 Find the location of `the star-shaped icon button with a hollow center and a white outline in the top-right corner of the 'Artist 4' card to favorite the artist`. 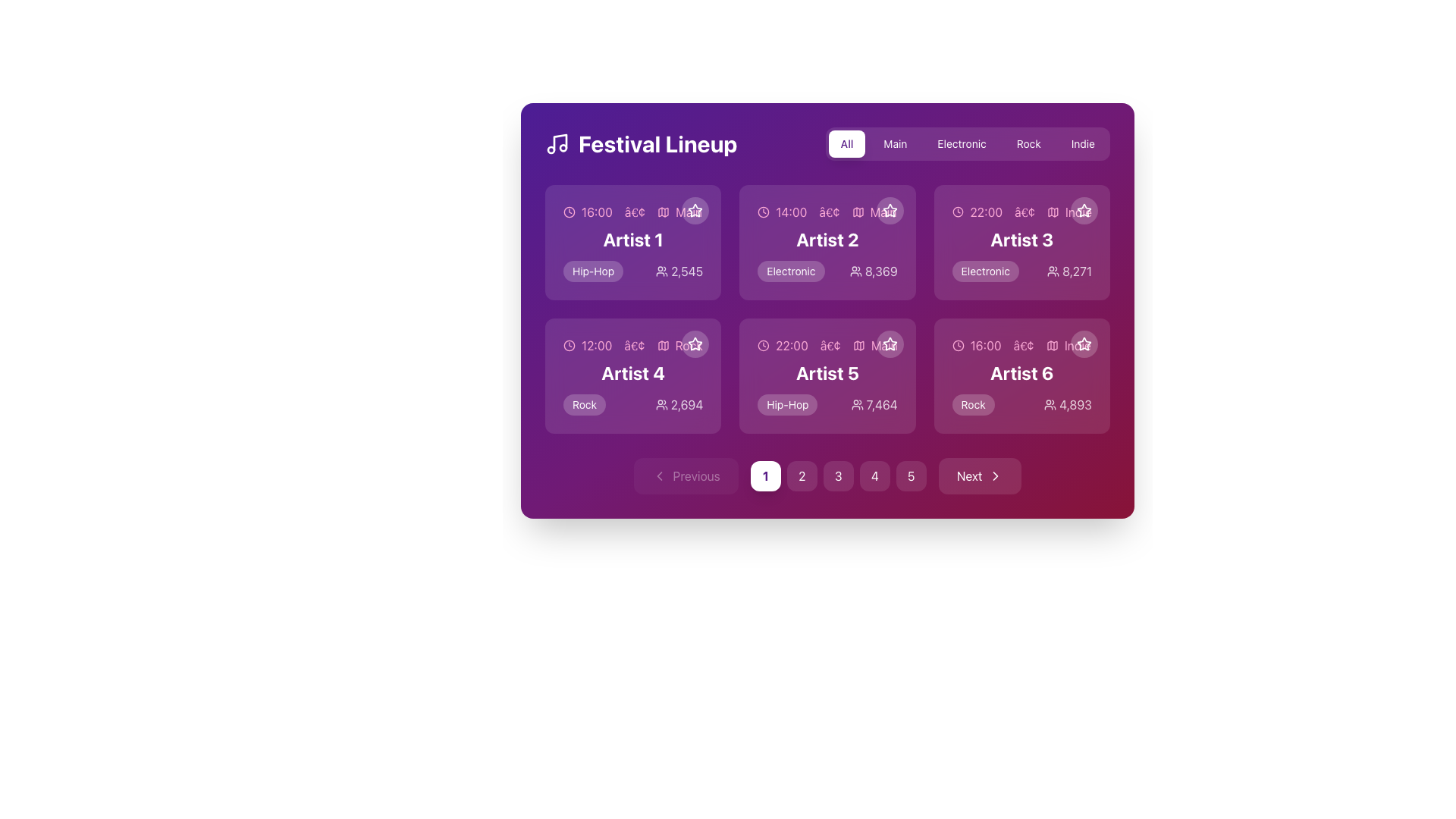

the star-shaped icon button with a hollow center and a white outline in the top-right corner of the 'Artist 4' card to favorite the artist is located at coordinates (694, 344).